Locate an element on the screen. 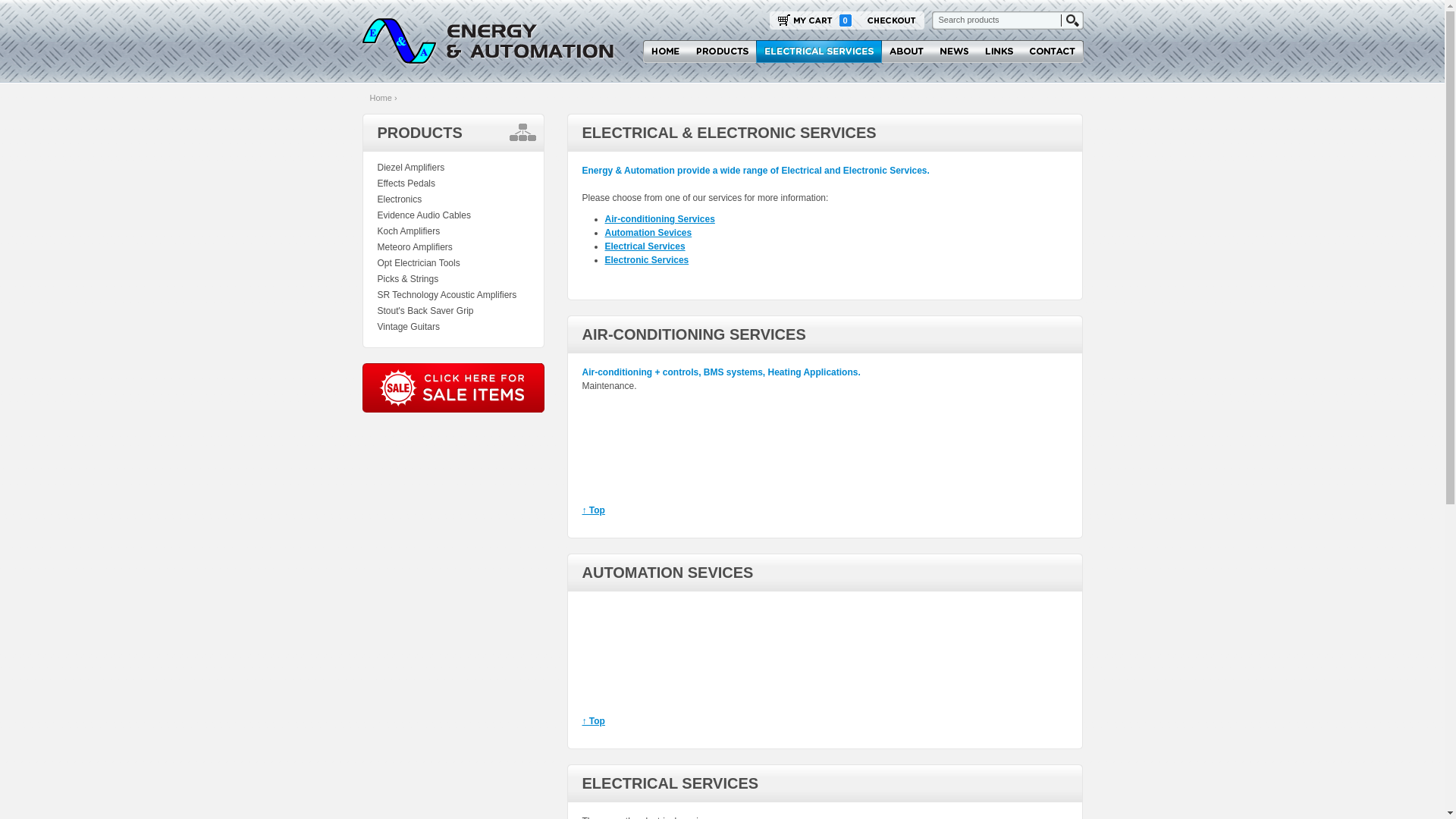 The image size is (1456, 819). 'Electronics' is located at coordinates (399, 199).